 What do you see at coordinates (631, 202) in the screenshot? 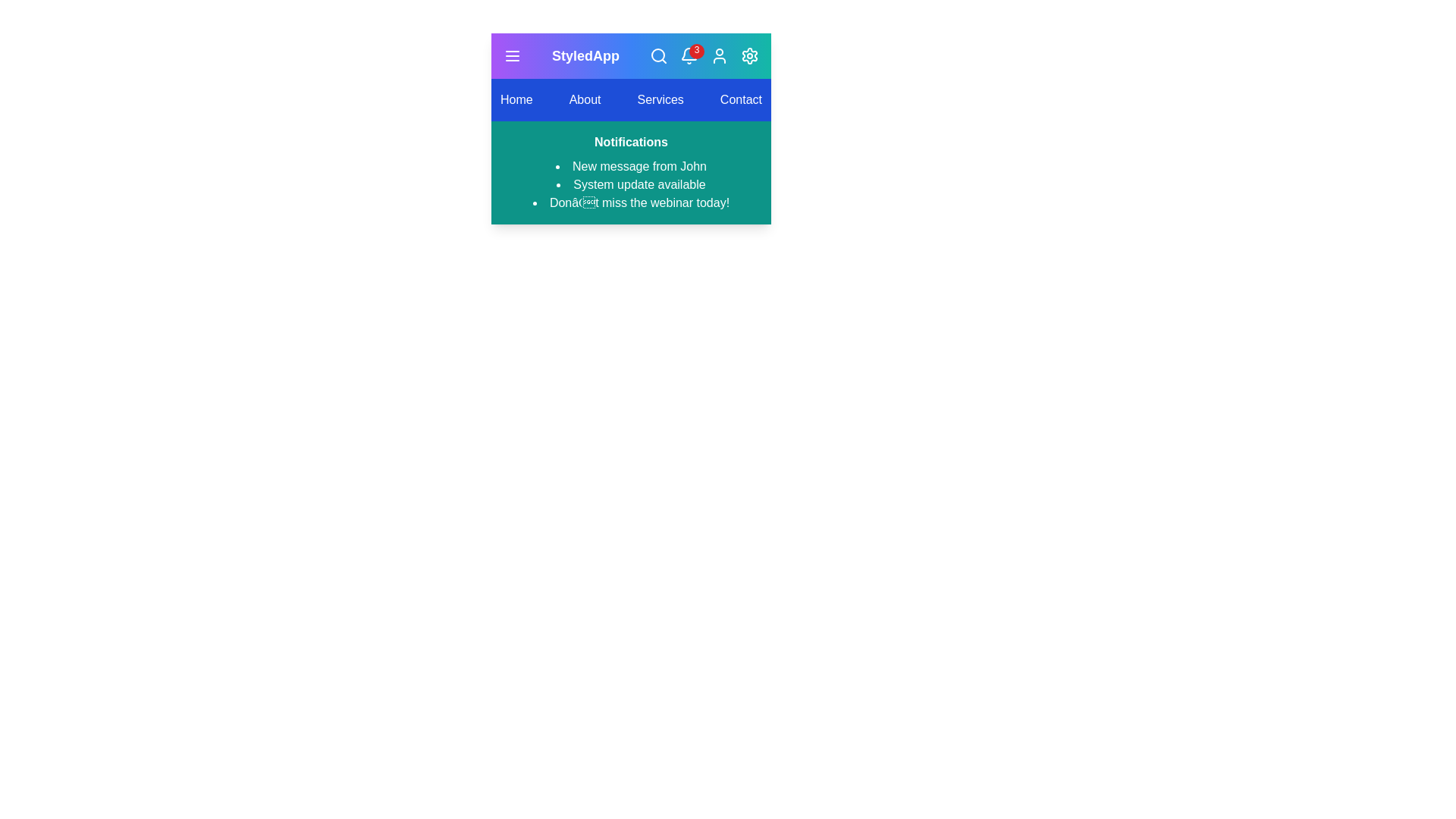
I see `text element that displays 'Don’t miss the webinar today!' which is the last item in the bullet-point list under the 'Notifications' section` at bounding box center [631, 202].